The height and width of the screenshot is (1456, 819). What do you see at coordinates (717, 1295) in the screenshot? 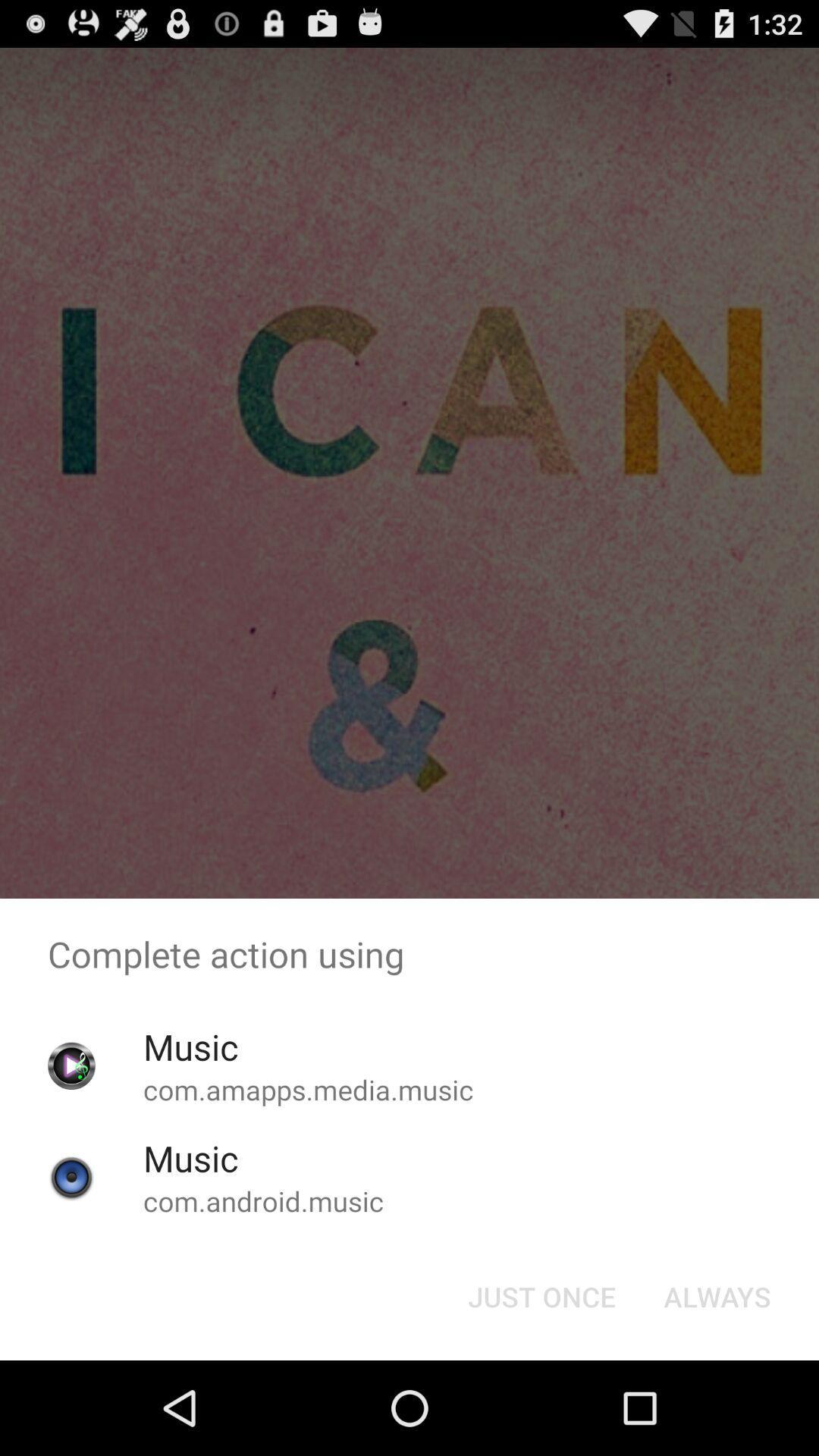
I see `the always button` at bounding box center [717, 1295].